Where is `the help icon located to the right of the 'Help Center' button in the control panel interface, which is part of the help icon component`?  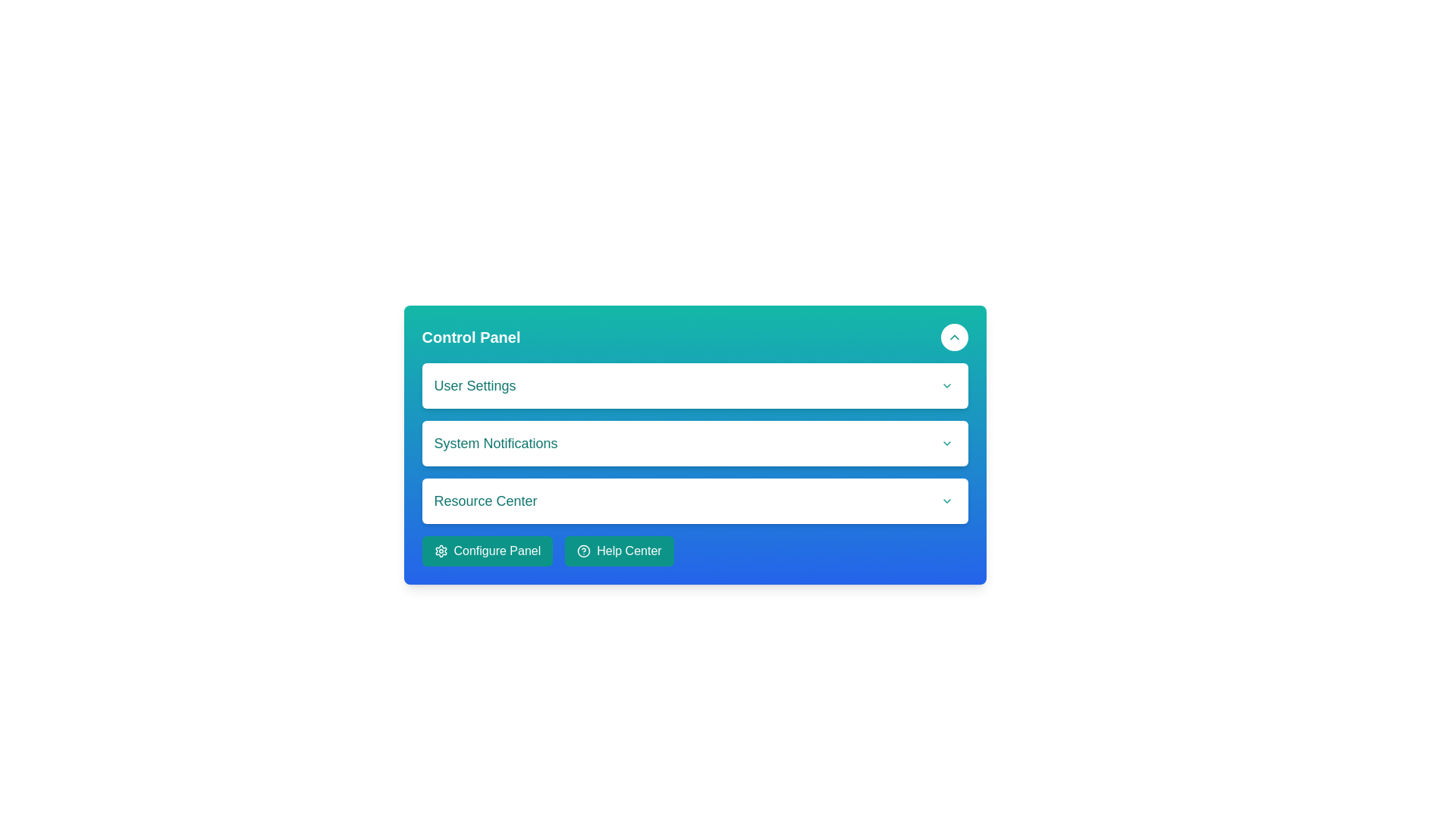 the help icon located to the right of the 'Help Center' button in the control panel interface, which is part of the help icon component is located at coordinates (583, 551).